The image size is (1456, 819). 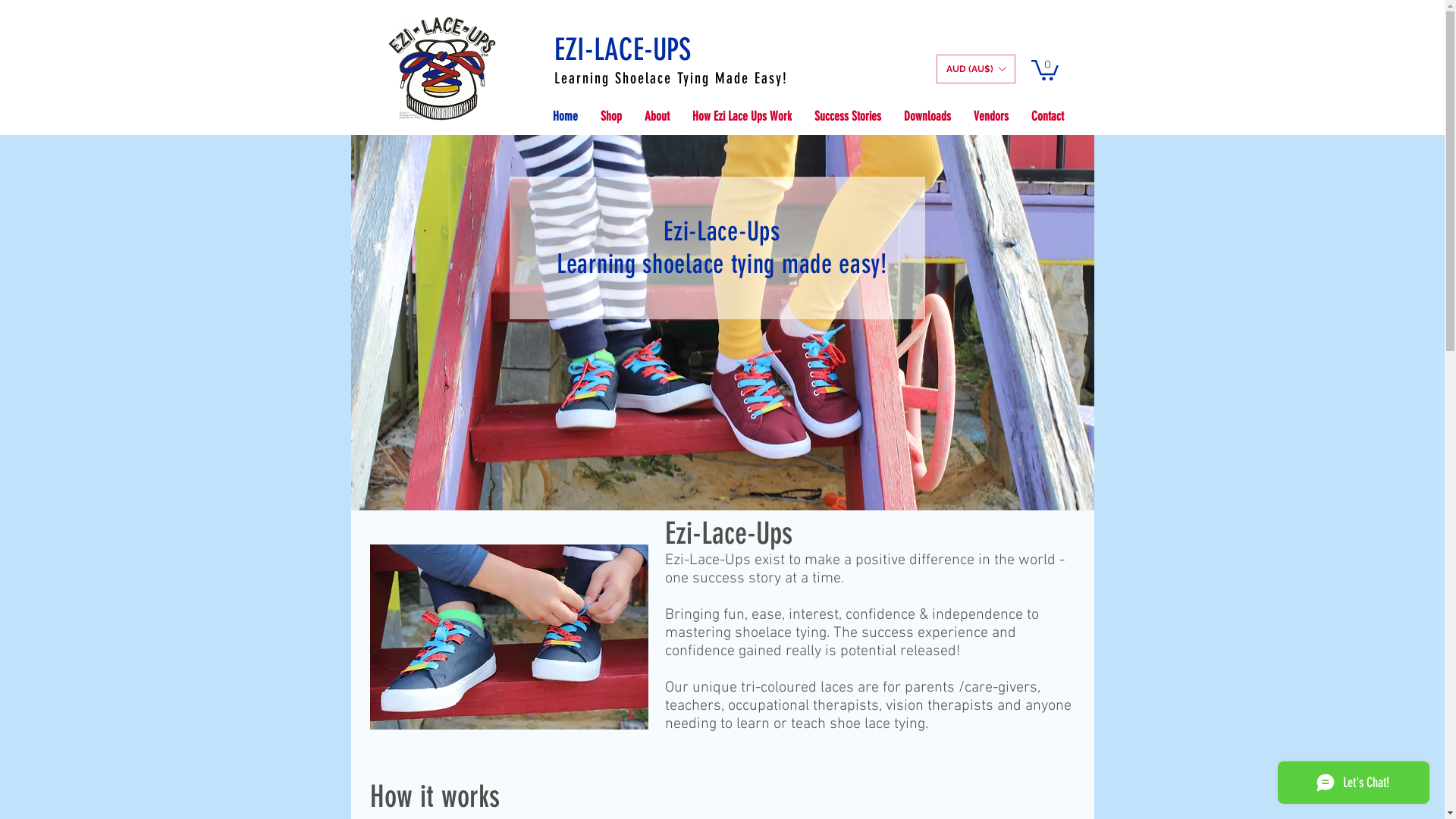 I want to click on 'Vendors', so click(x=990, y=115).